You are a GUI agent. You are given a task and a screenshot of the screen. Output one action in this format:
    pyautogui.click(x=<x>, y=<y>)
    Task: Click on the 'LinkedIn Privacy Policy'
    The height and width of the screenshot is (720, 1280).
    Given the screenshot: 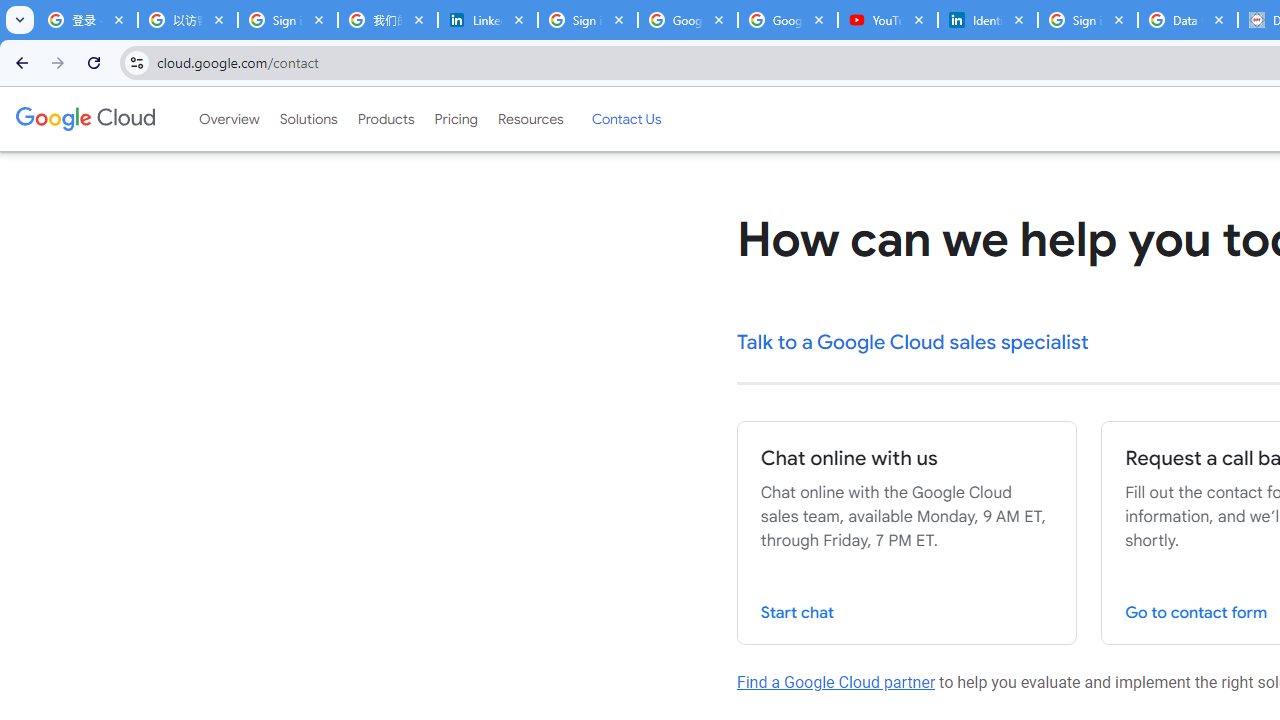 What is the action you would take?
    pyautogui.click(x=487, y=20)
    